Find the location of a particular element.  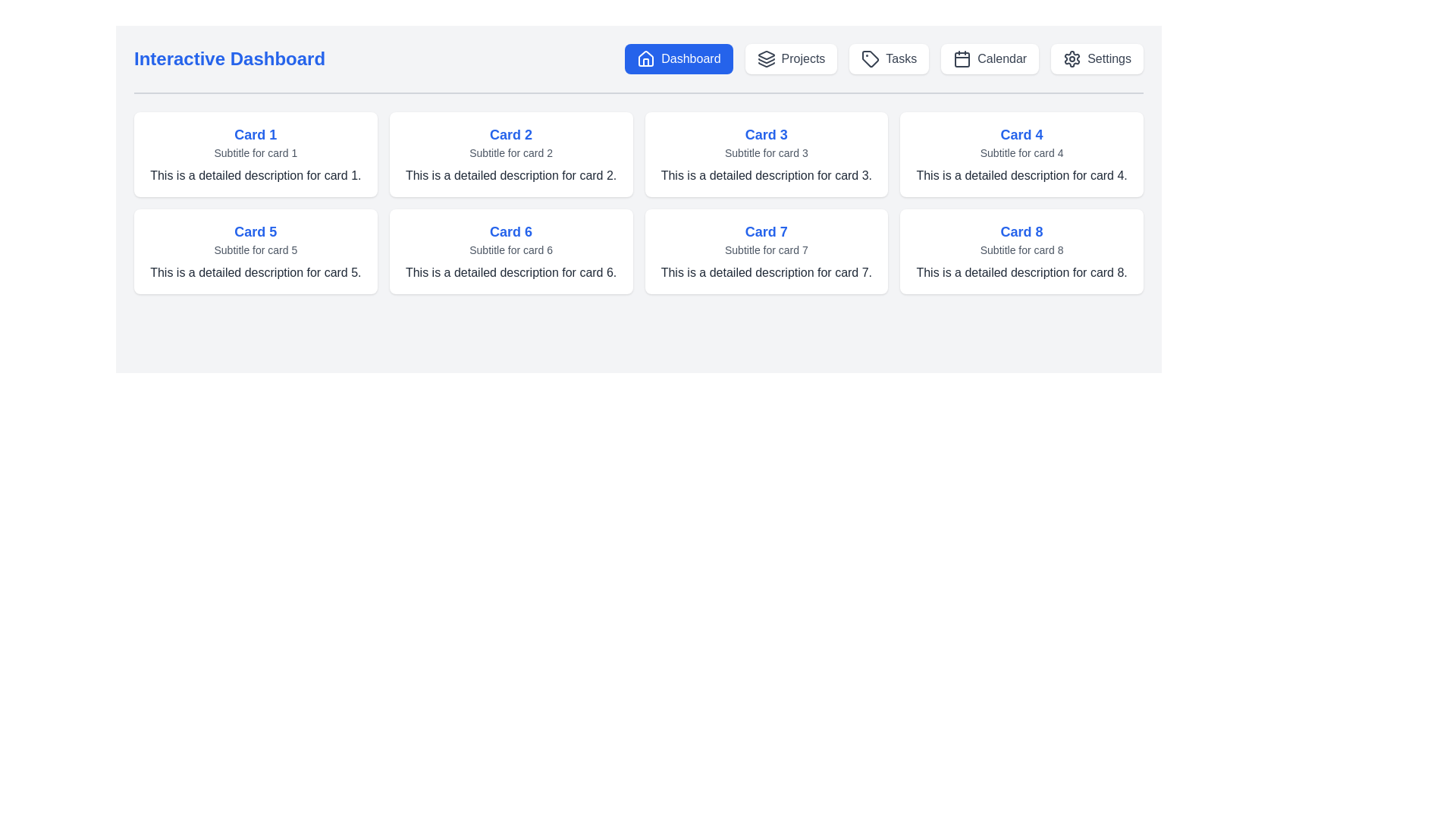

the house-shaped icon located on the left side of the 'Dashboard' button is located at coordinates (646, 58).